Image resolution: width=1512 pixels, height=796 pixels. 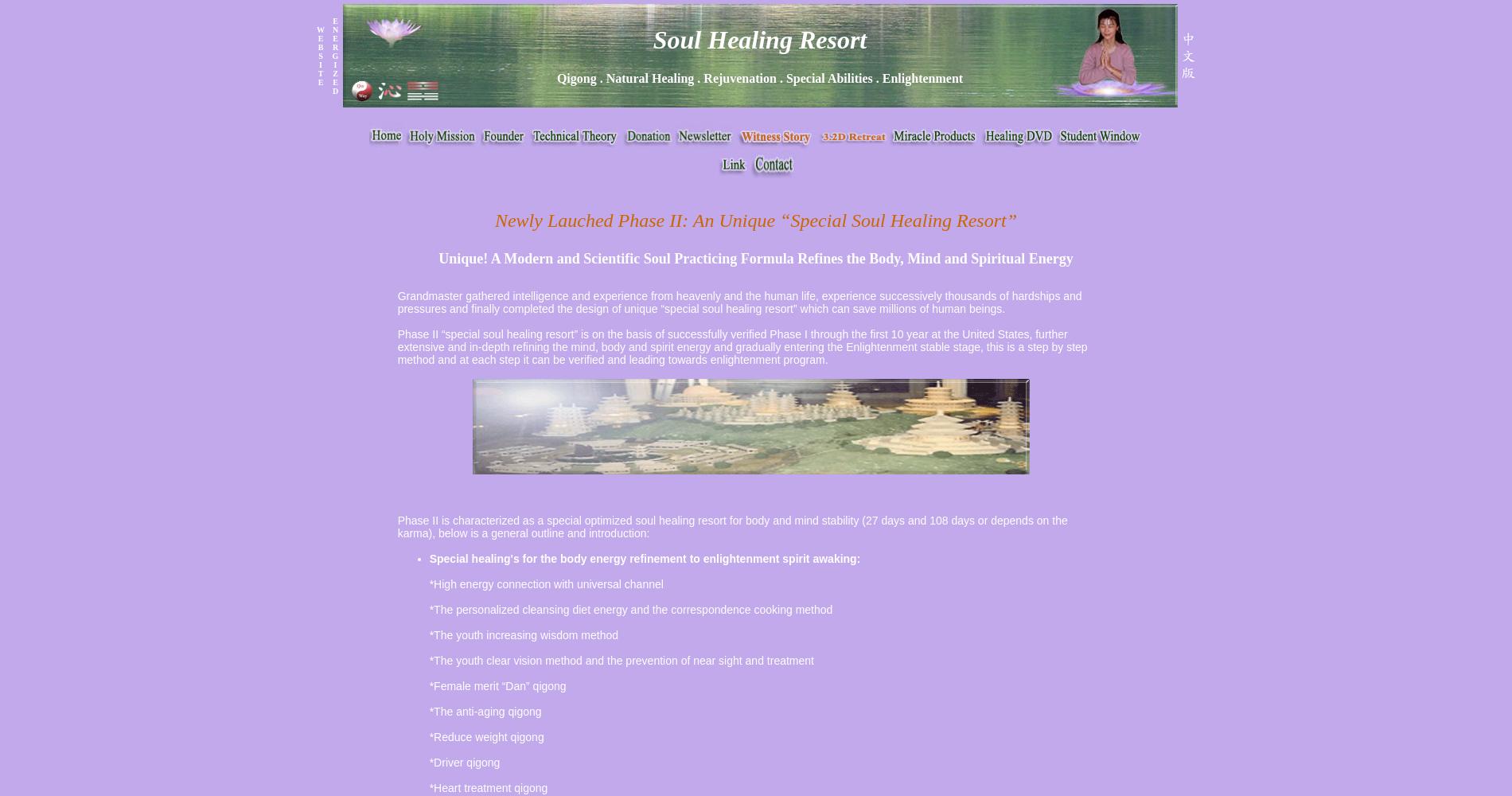 What do you see at coordinates (754, 220) in the screenshot?
I see `'Newly Lauched Phase II: An Unique “Special Soul Healing Resort”'` at bounding box center [754, 220].